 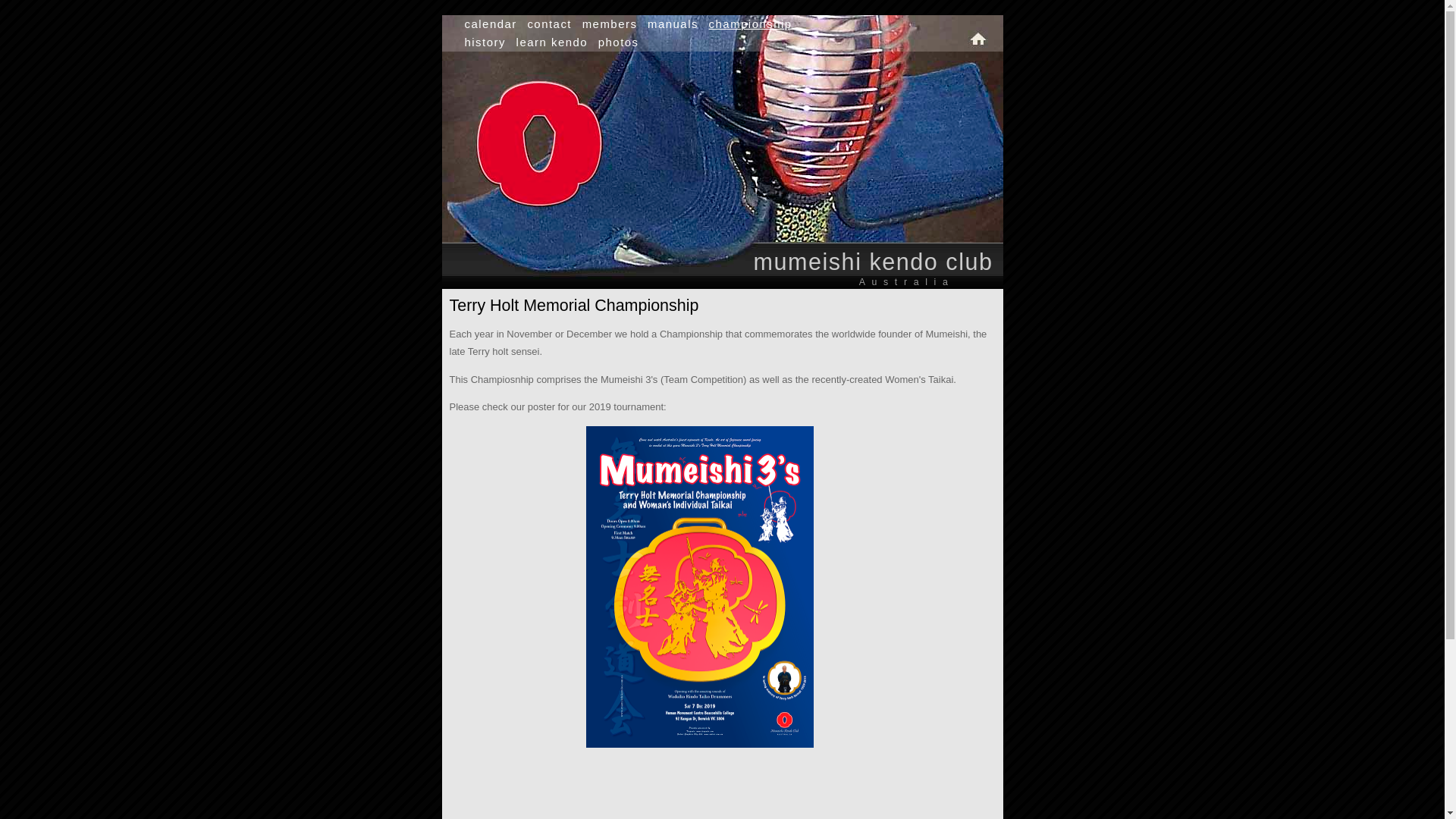 What do you see at coordinates (548, 24) in the screenshot?
I see `'contact'` at bounding box center [548, 24].